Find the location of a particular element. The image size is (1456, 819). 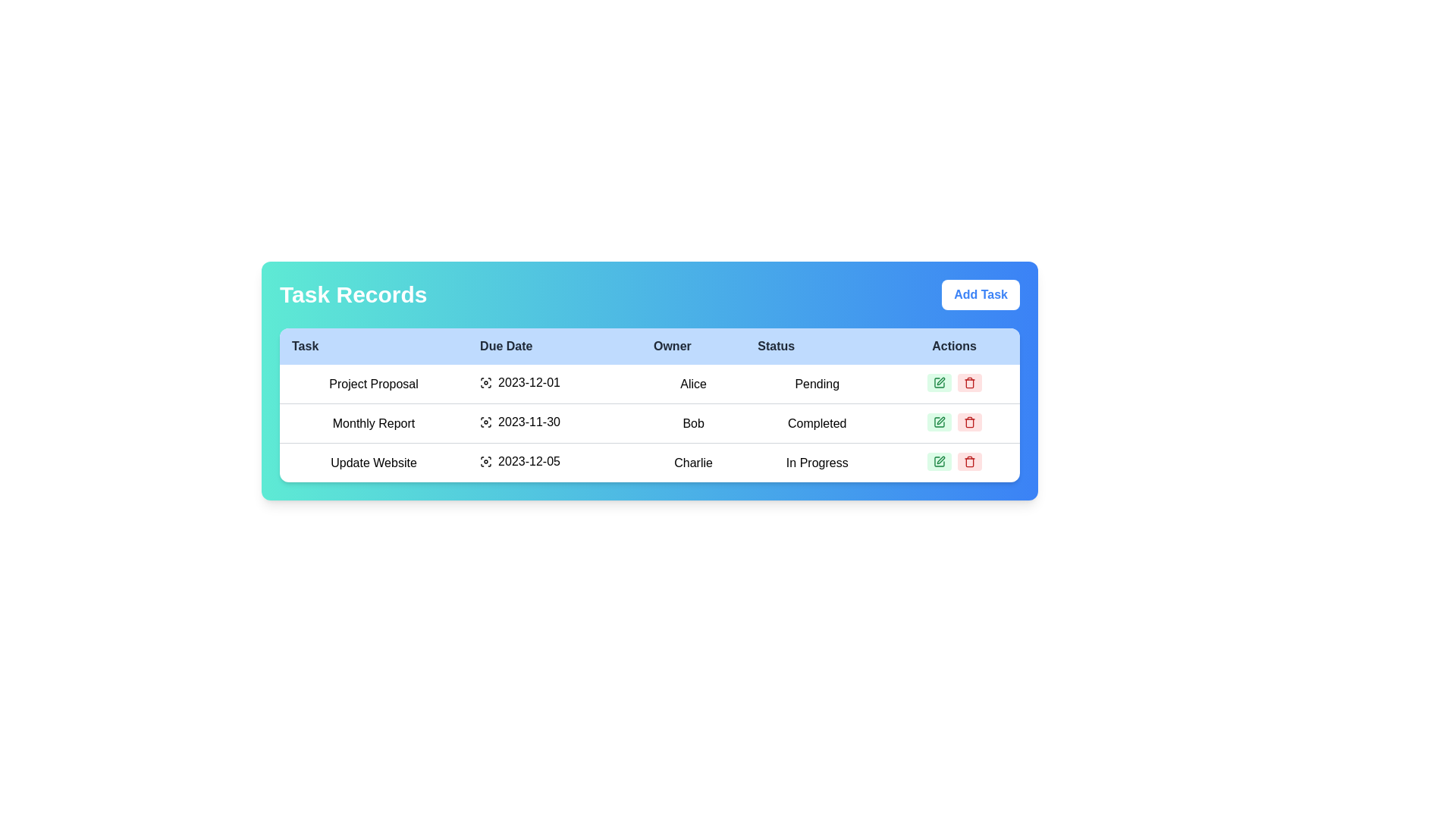

the delete button in the Actions column of the second row is located at coordinates (968, 422).